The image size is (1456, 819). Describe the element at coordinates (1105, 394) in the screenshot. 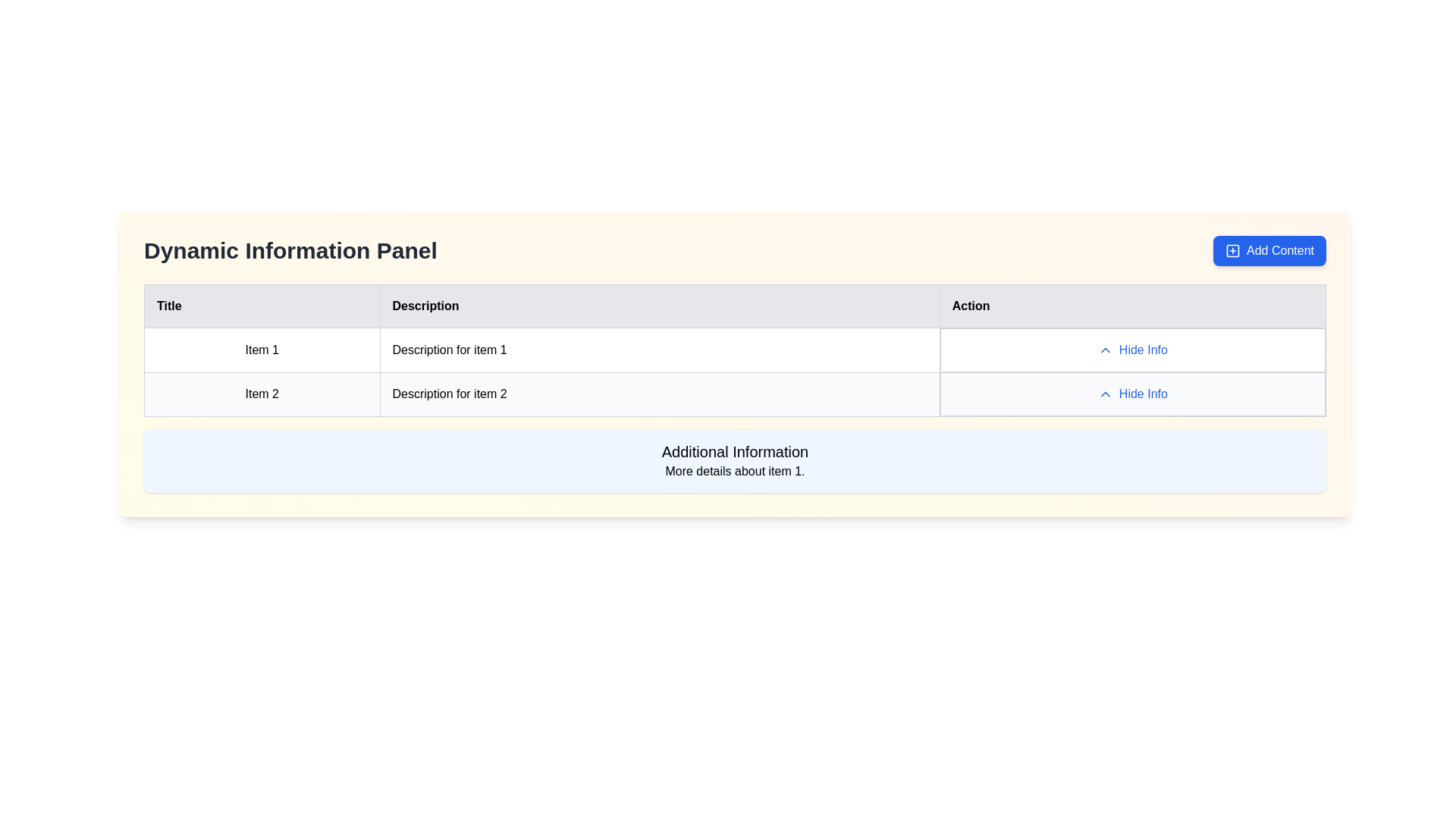

I see `the small upward-pointing chevron icon, which is styled in blue and located to the left of the 'Hide Info' text button in the third column of the 'Action' section` at that location.